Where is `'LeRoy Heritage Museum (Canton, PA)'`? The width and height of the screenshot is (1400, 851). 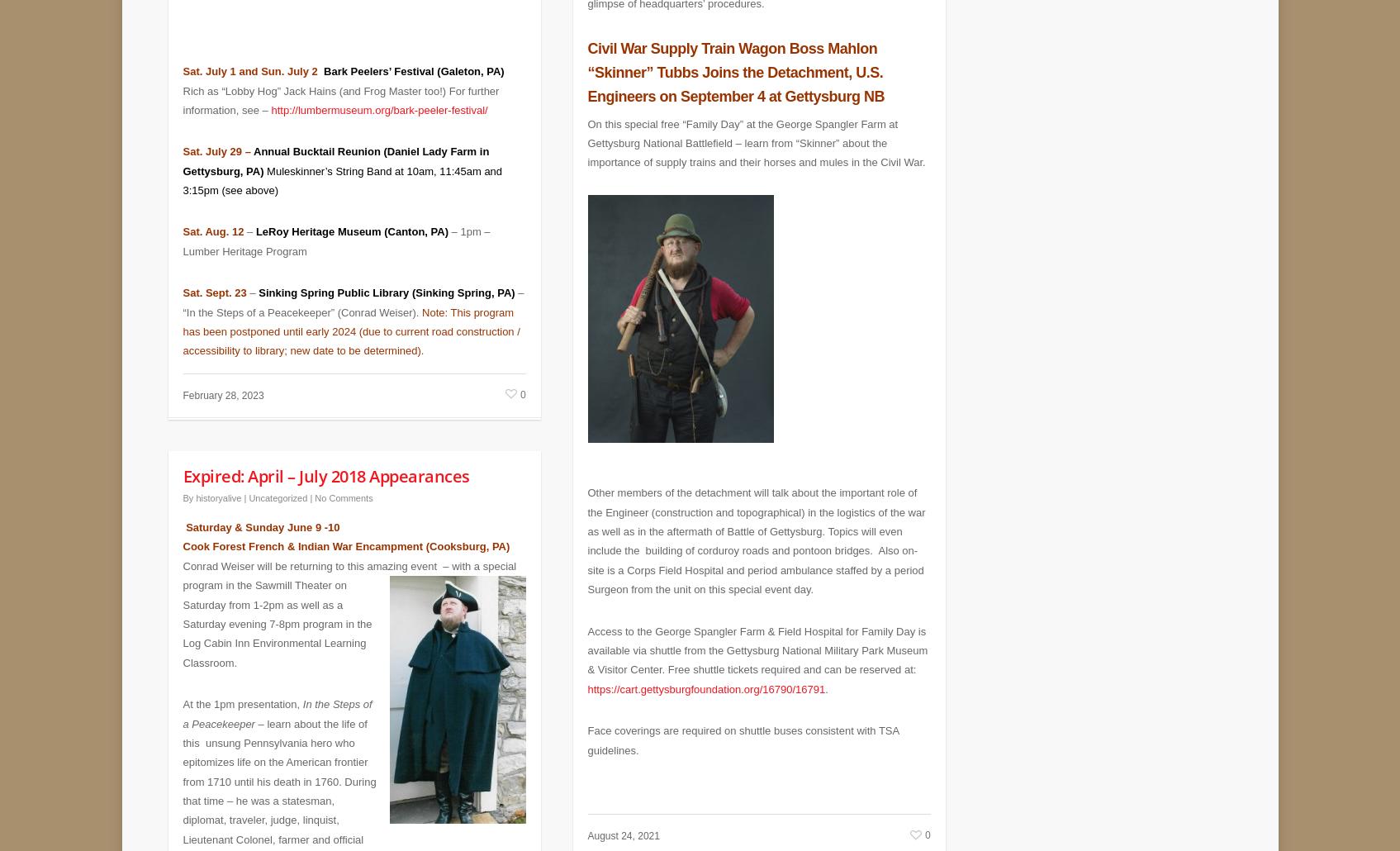
'LeRoy Heritage Museum (Canton, PA)' is located at coordinates (254, 219).